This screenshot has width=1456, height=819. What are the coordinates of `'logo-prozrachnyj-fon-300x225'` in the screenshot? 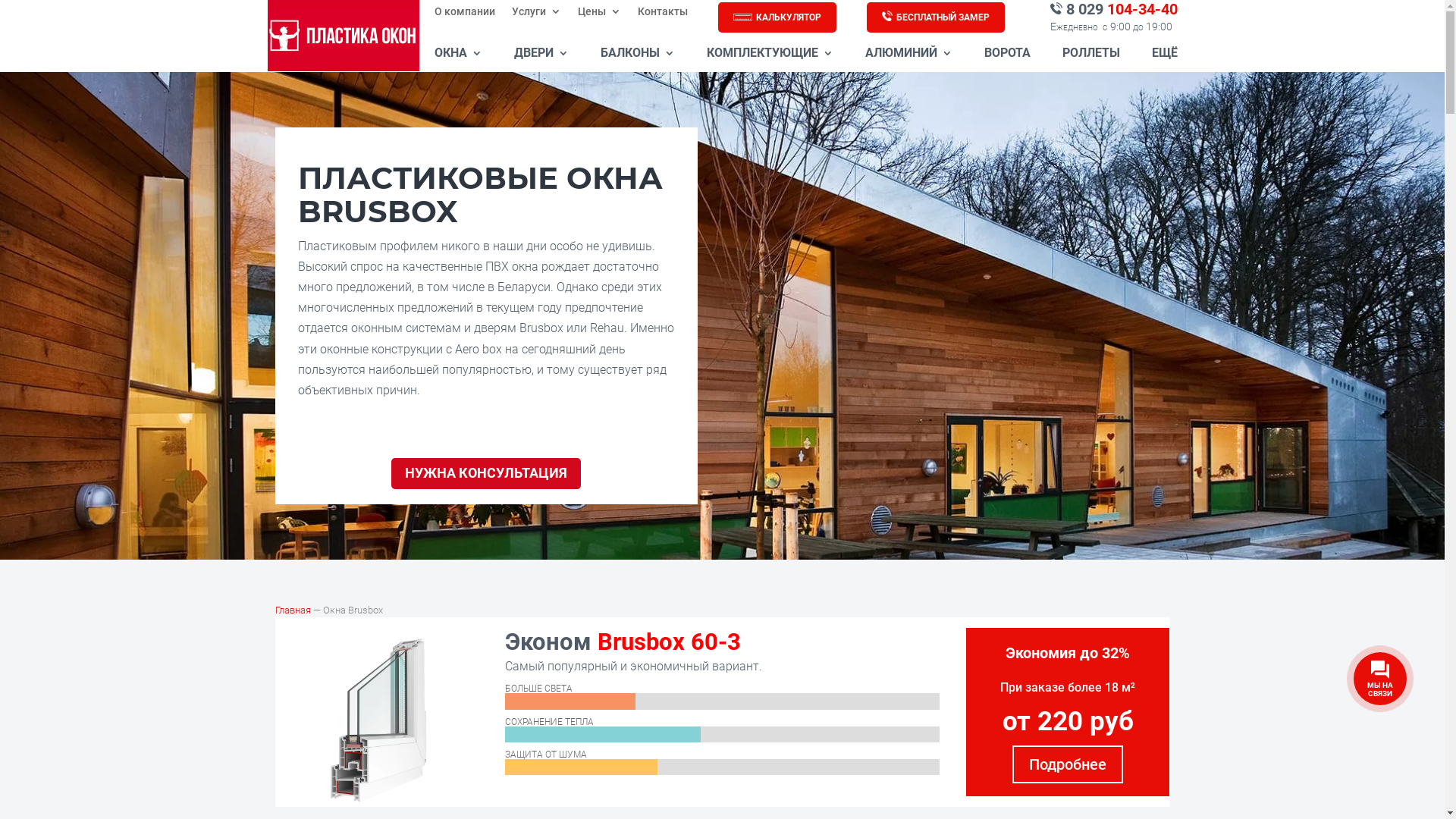 It's located at (341, 34).